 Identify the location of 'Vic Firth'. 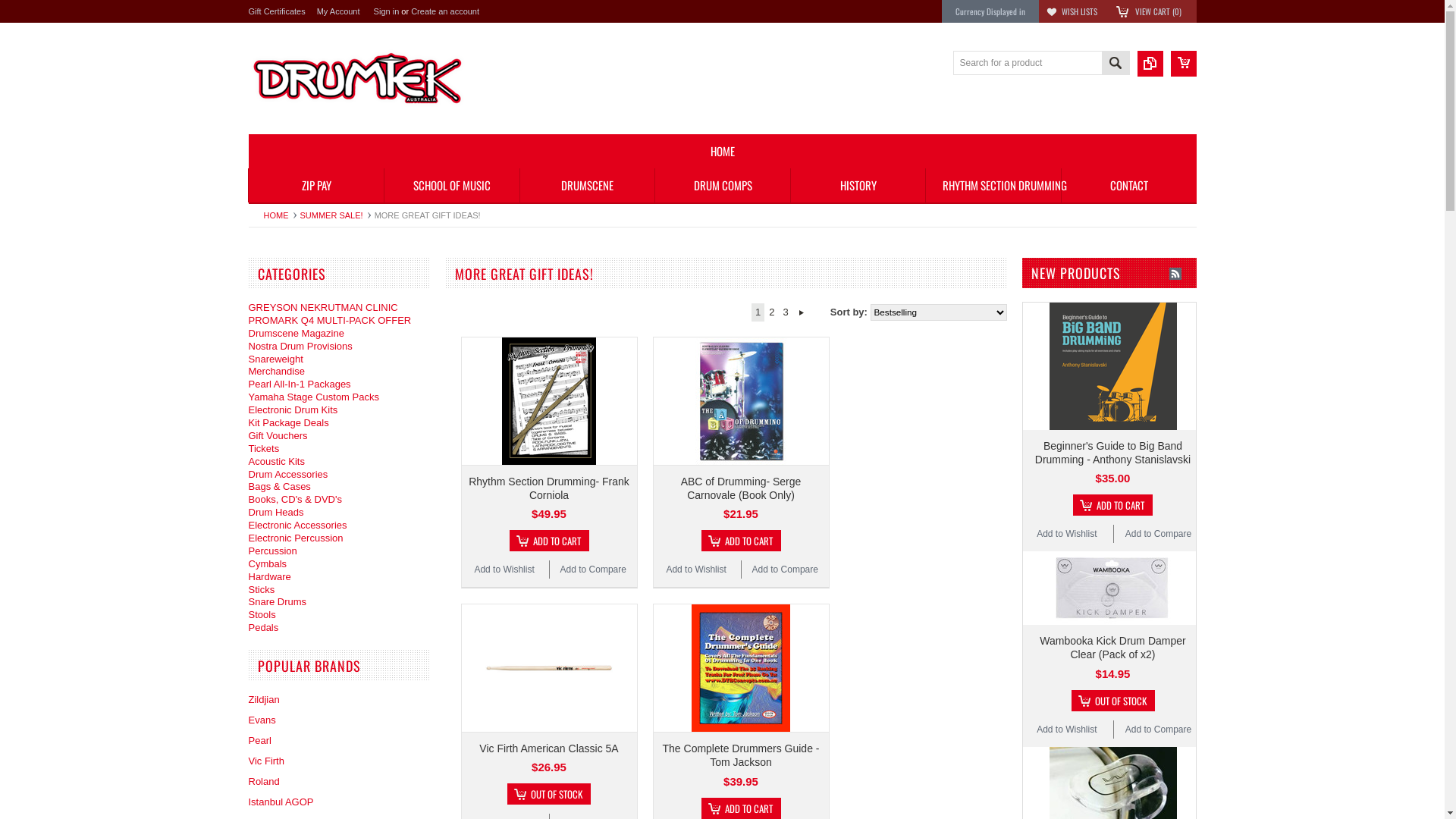
(266, 761).